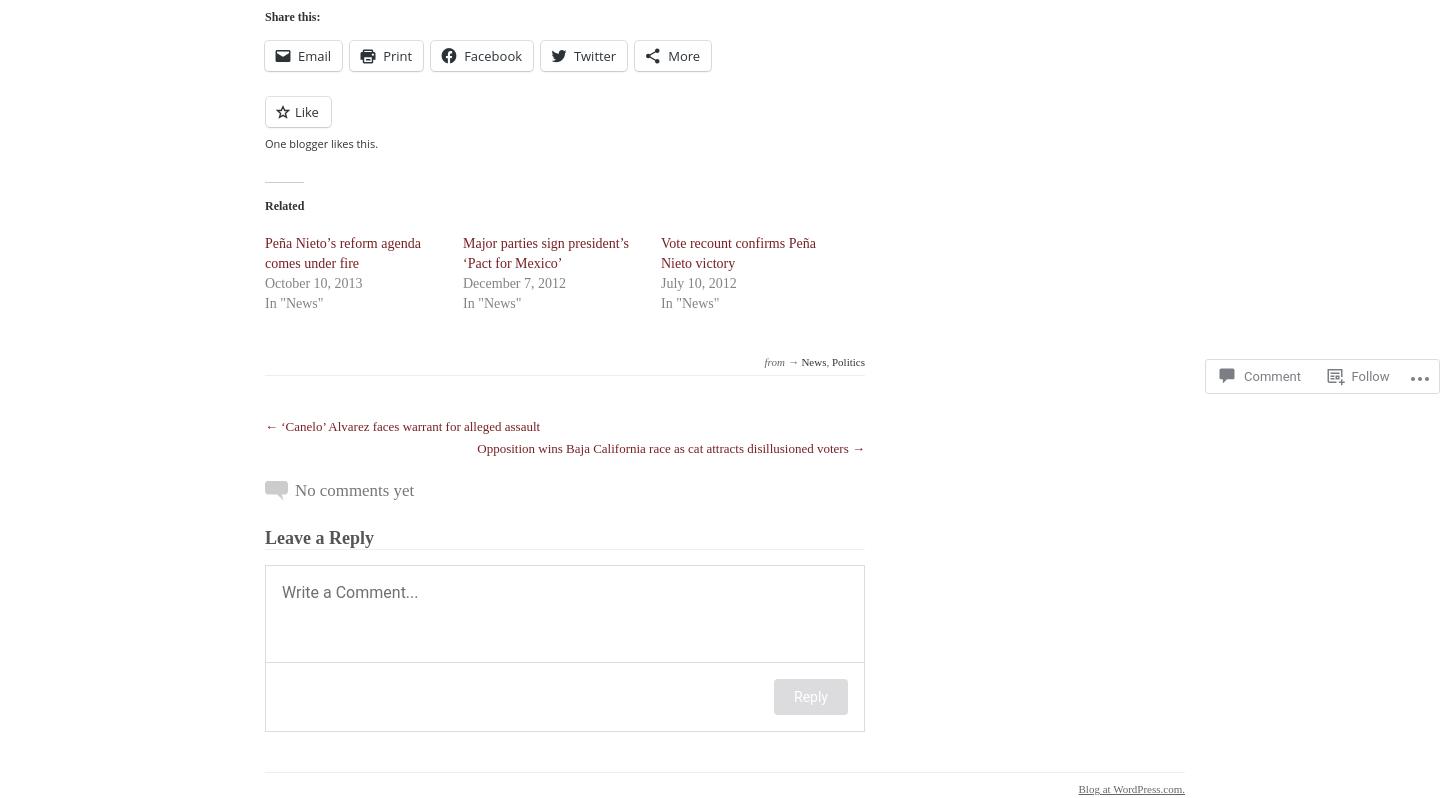 This screenshot has width=1450, height=798. I want to click on 'Email', so click(314, 56).